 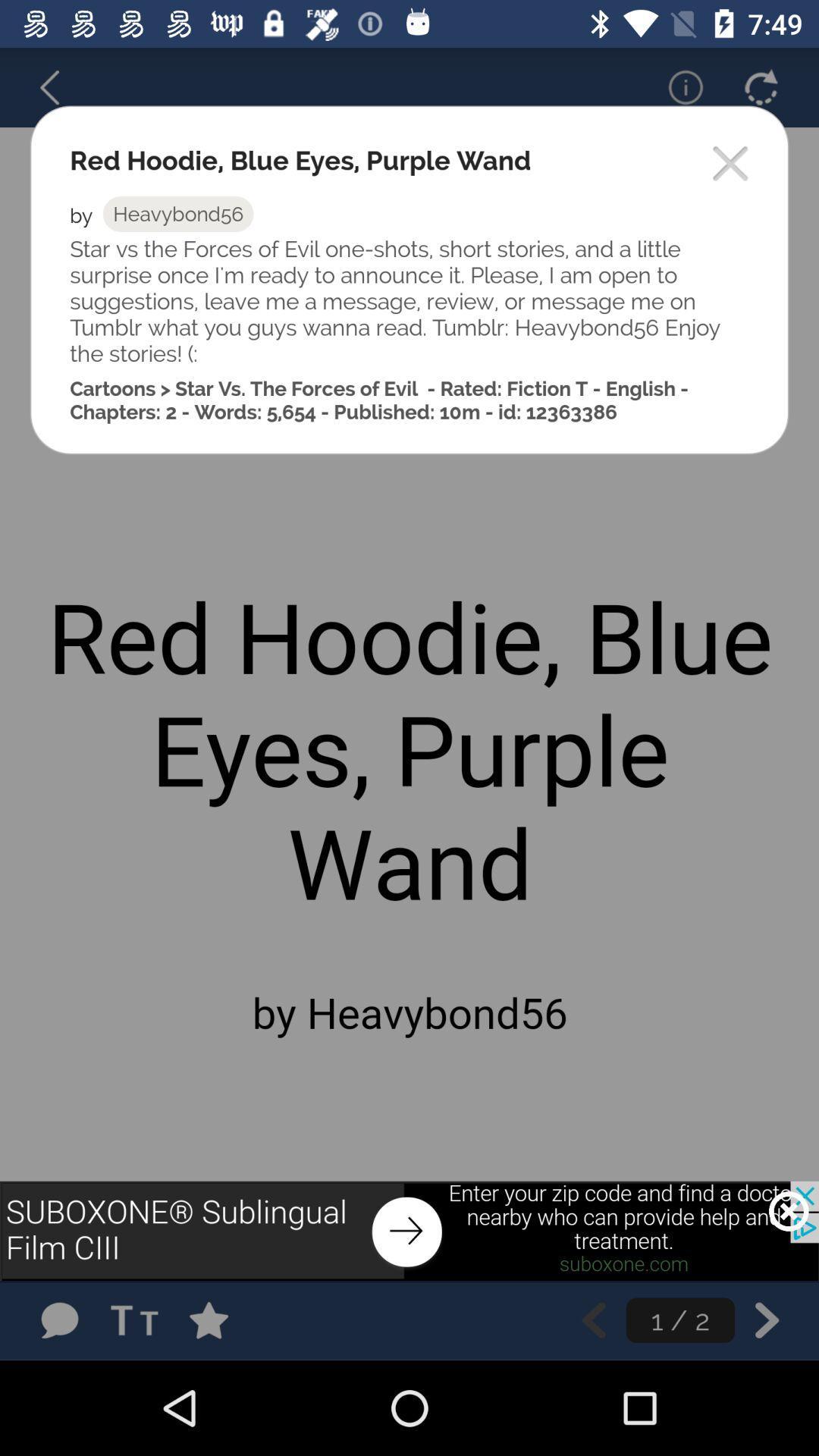 I want to click on go foward, so click(x=767, y=1319).